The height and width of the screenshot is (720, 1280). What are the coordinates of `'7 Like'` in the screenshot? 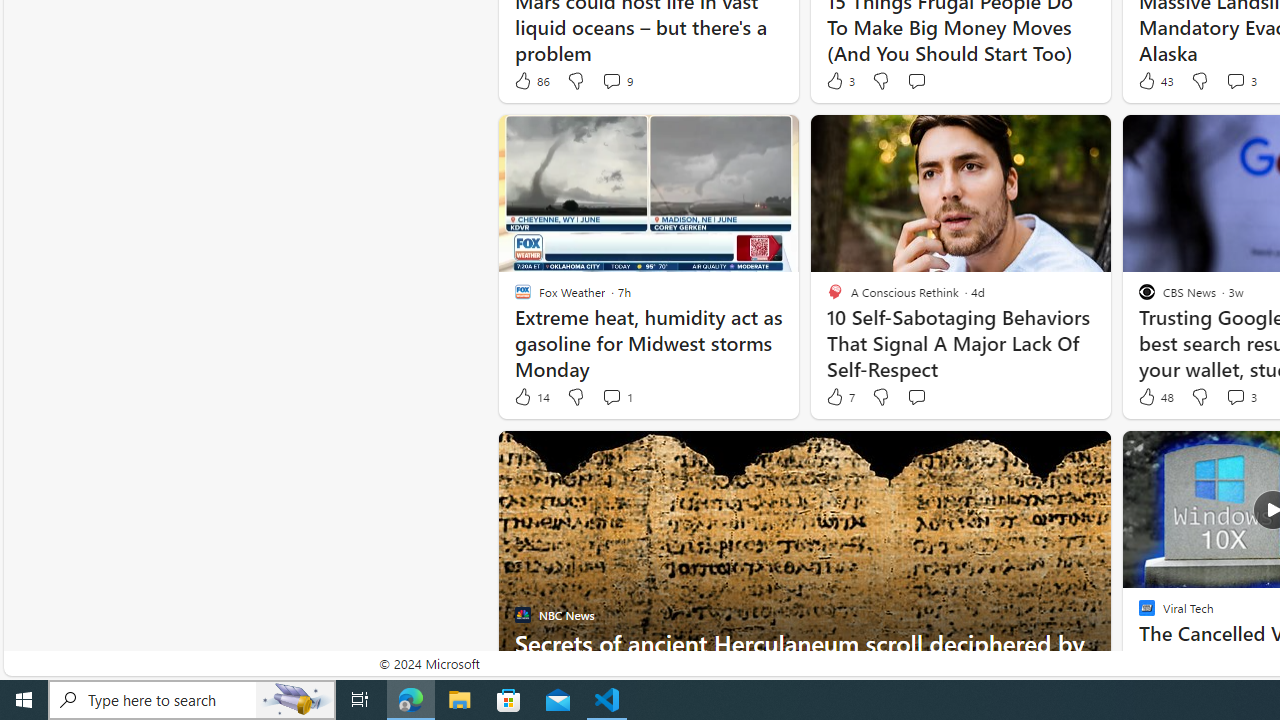 It's located at (839, 397).